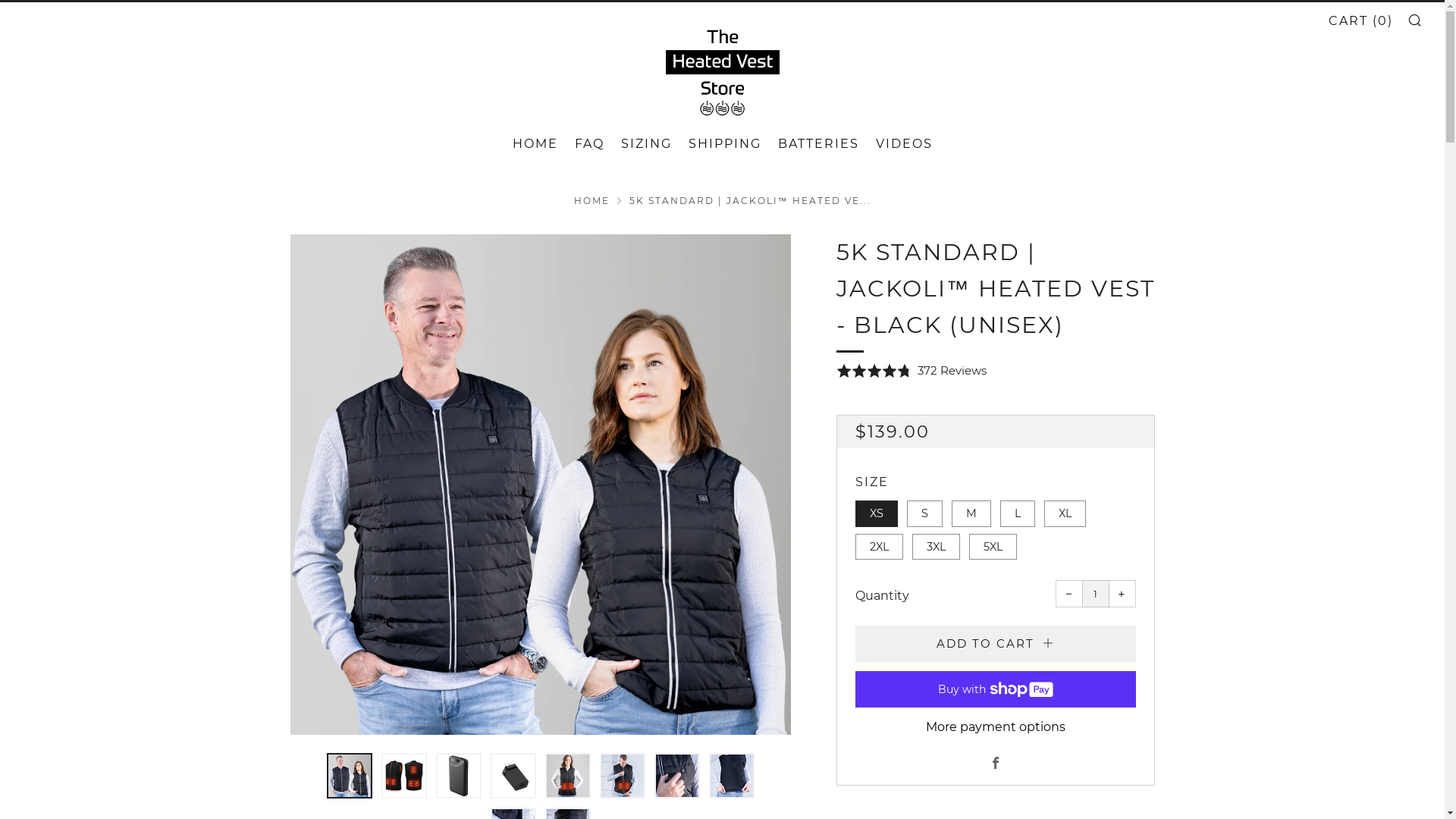 This screenshot has height=819, width=1456. Describe the element at coordinates (874, 143) in the screenshot. I see `'VIDEOS'` at that location.